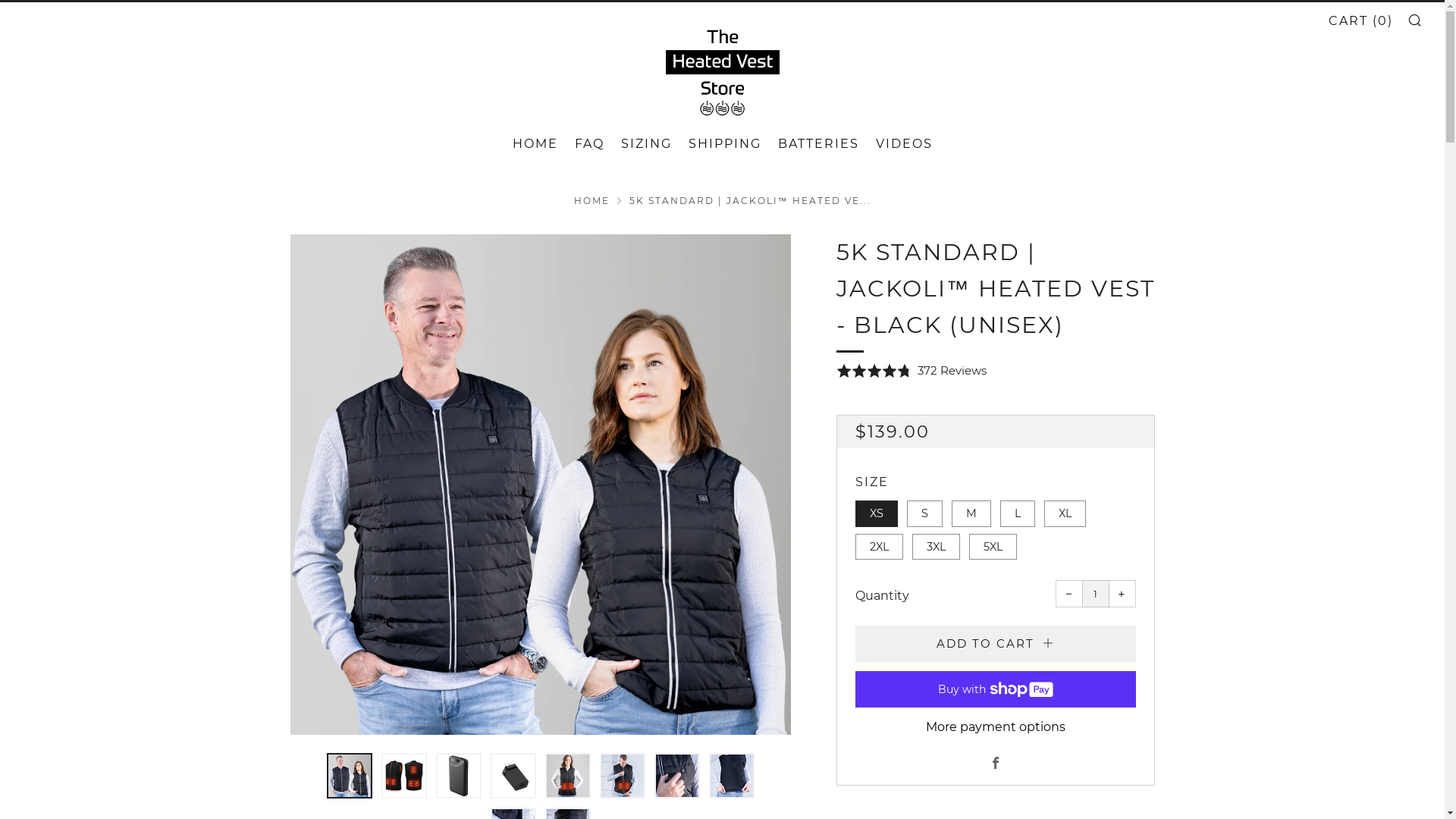 This screenshot has height=819, width=1456. Describe the element at coordinates (874, 143) in the screenshot. I see `'VIDEOS'` at that location.